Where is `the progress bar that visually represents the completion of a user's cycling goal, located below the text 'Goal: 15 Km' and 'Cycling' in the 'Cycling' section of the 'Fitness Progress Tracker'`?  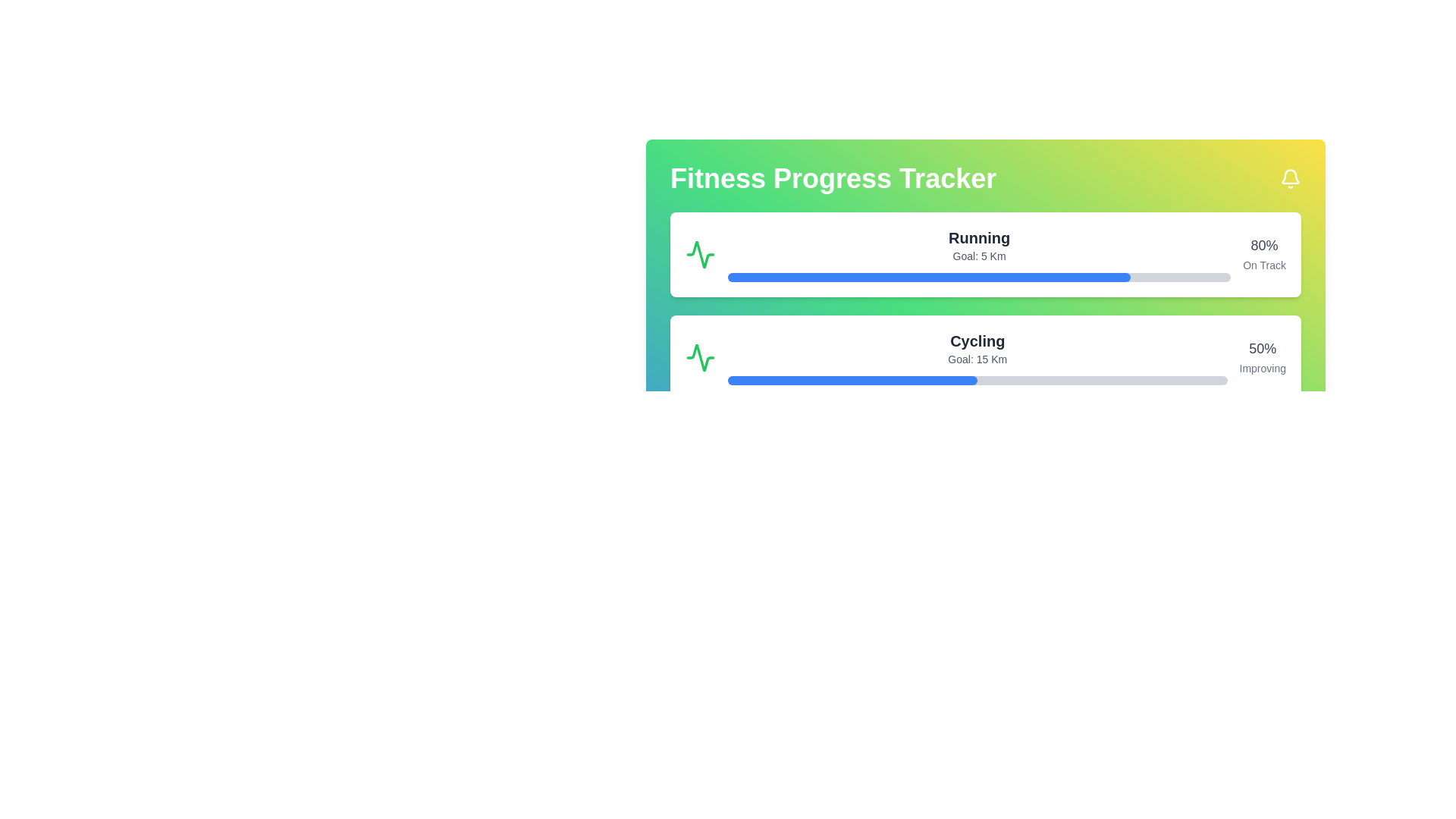
the progress bar that visually represents the completion of a user's cycling goal, located below the text 'Goal: 15 Km' and 'Cycling' in the 'Cycling' section of the 'Fitness Progress Tracker' is located at coordinates (977, 379).